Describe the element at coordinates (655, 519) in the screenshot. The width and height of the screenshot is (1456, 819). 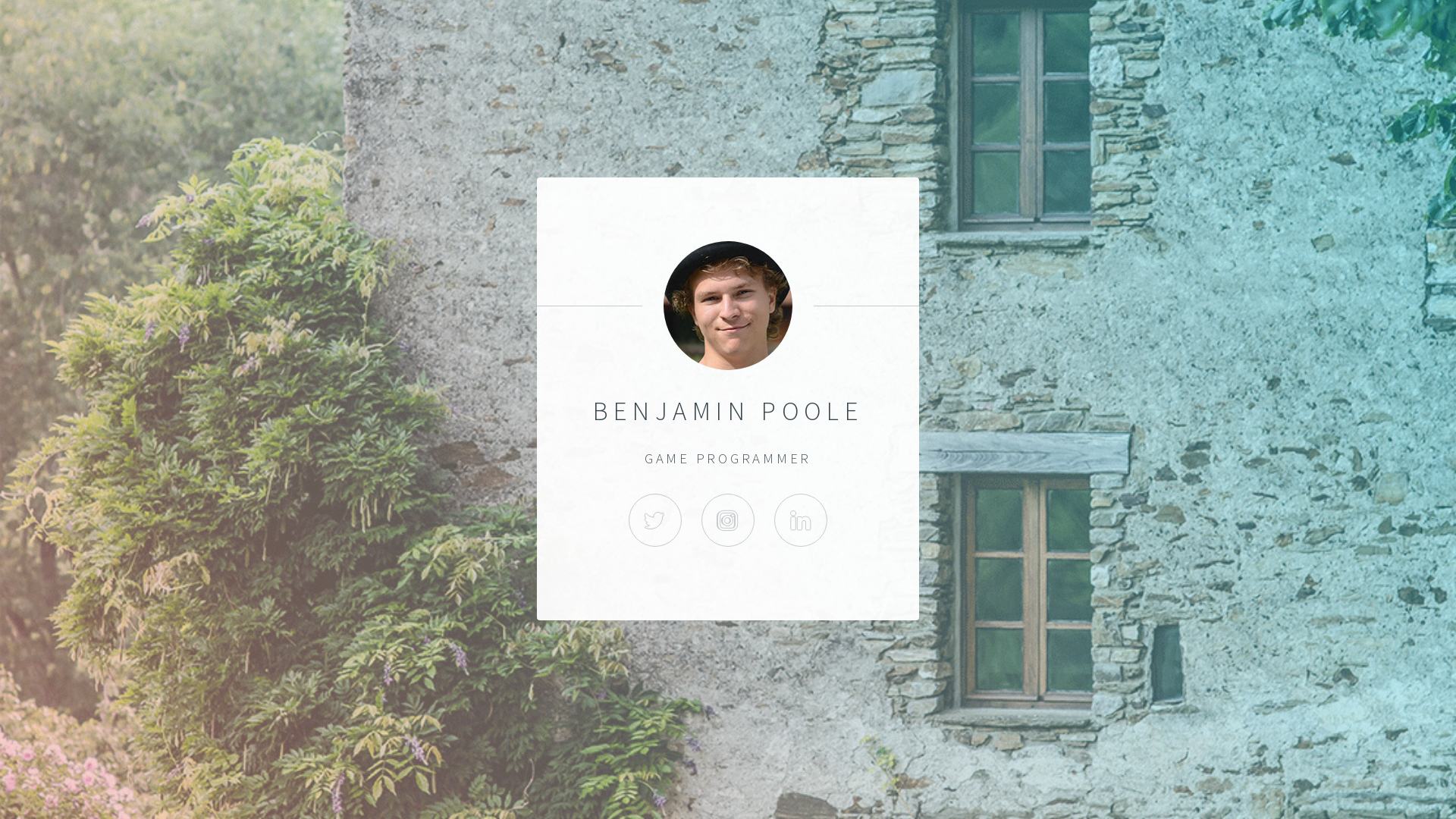
I see `'TWITTER'` at that location.